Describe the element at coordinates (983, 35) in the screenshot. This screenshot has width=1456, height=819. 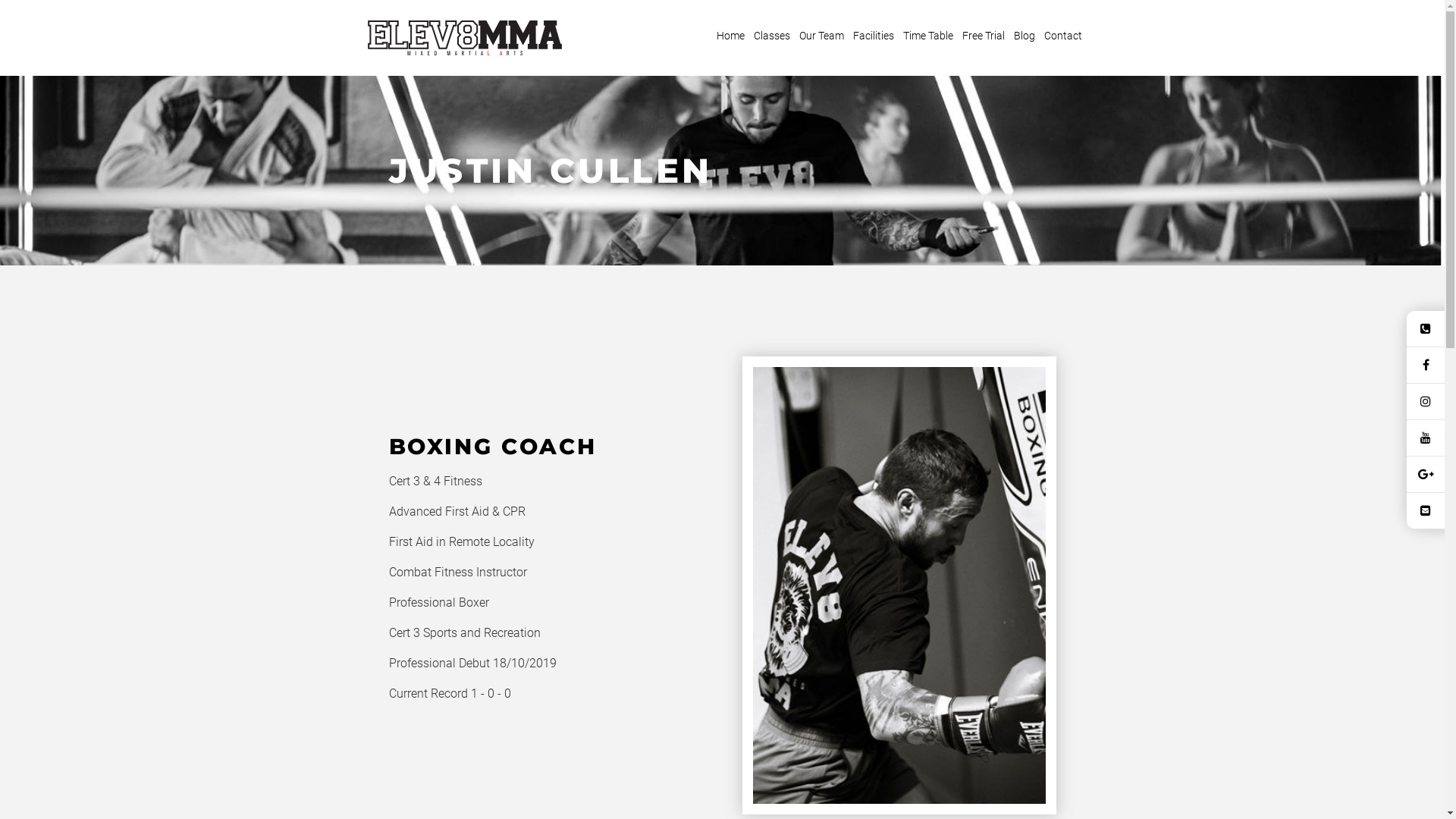
I see `'Free Trial'` at that location.